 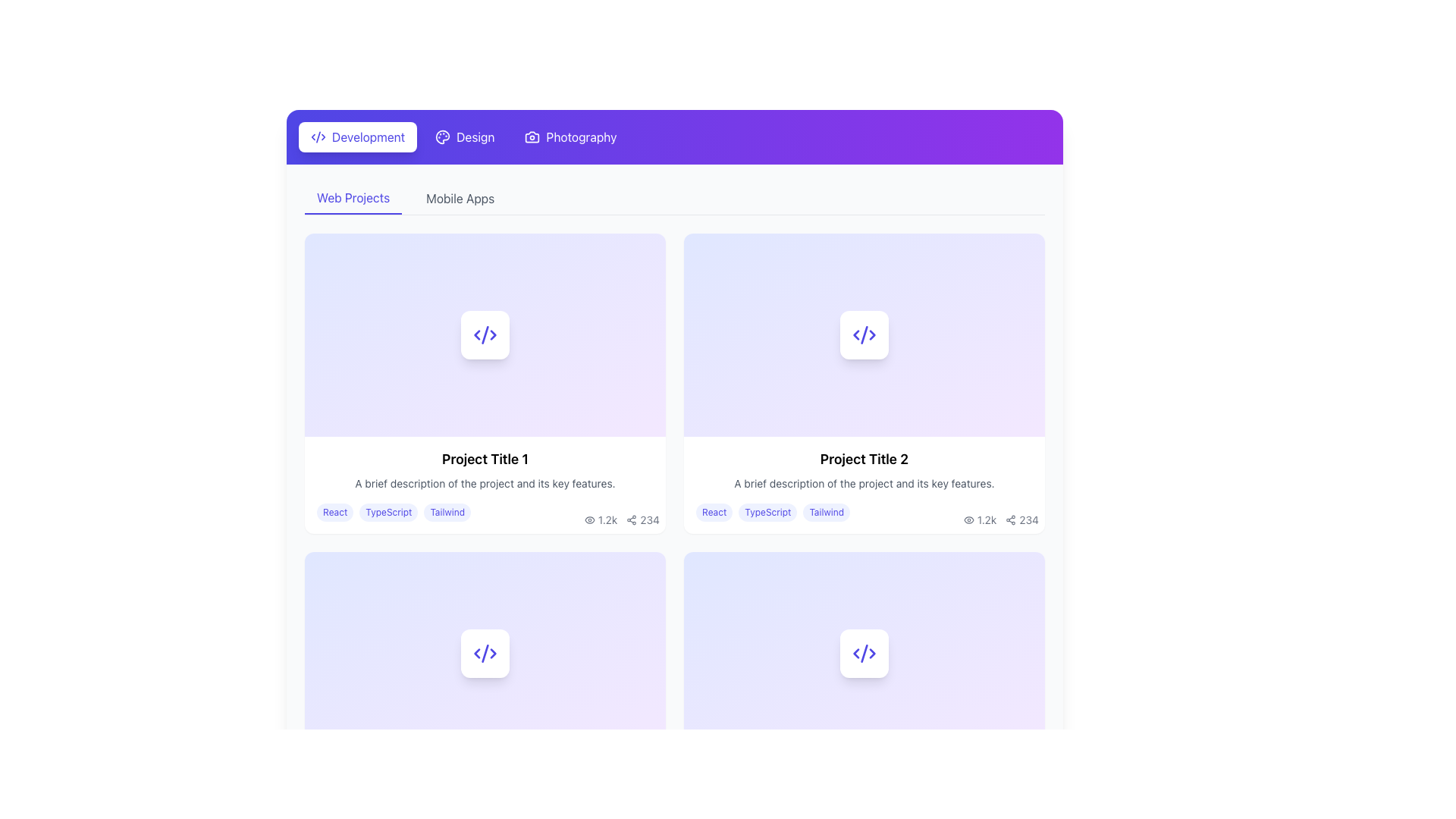 I want to click on the leftmost button in the group of three circular buttons located in the bottom row of the grid layout, so click(x=585, y=570).